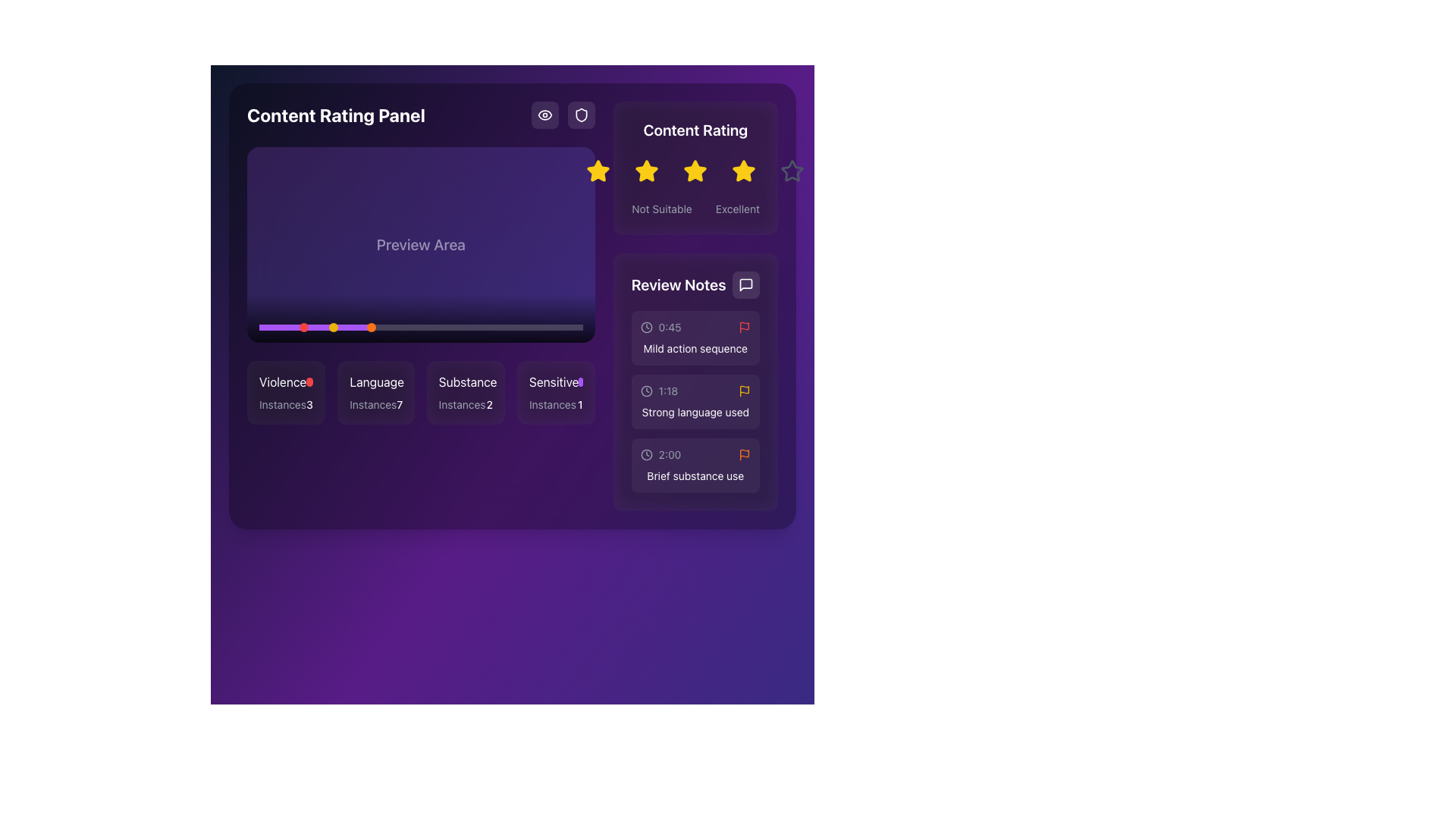  I want to click on the fourth star in the rating UI component, so click(744, 171).